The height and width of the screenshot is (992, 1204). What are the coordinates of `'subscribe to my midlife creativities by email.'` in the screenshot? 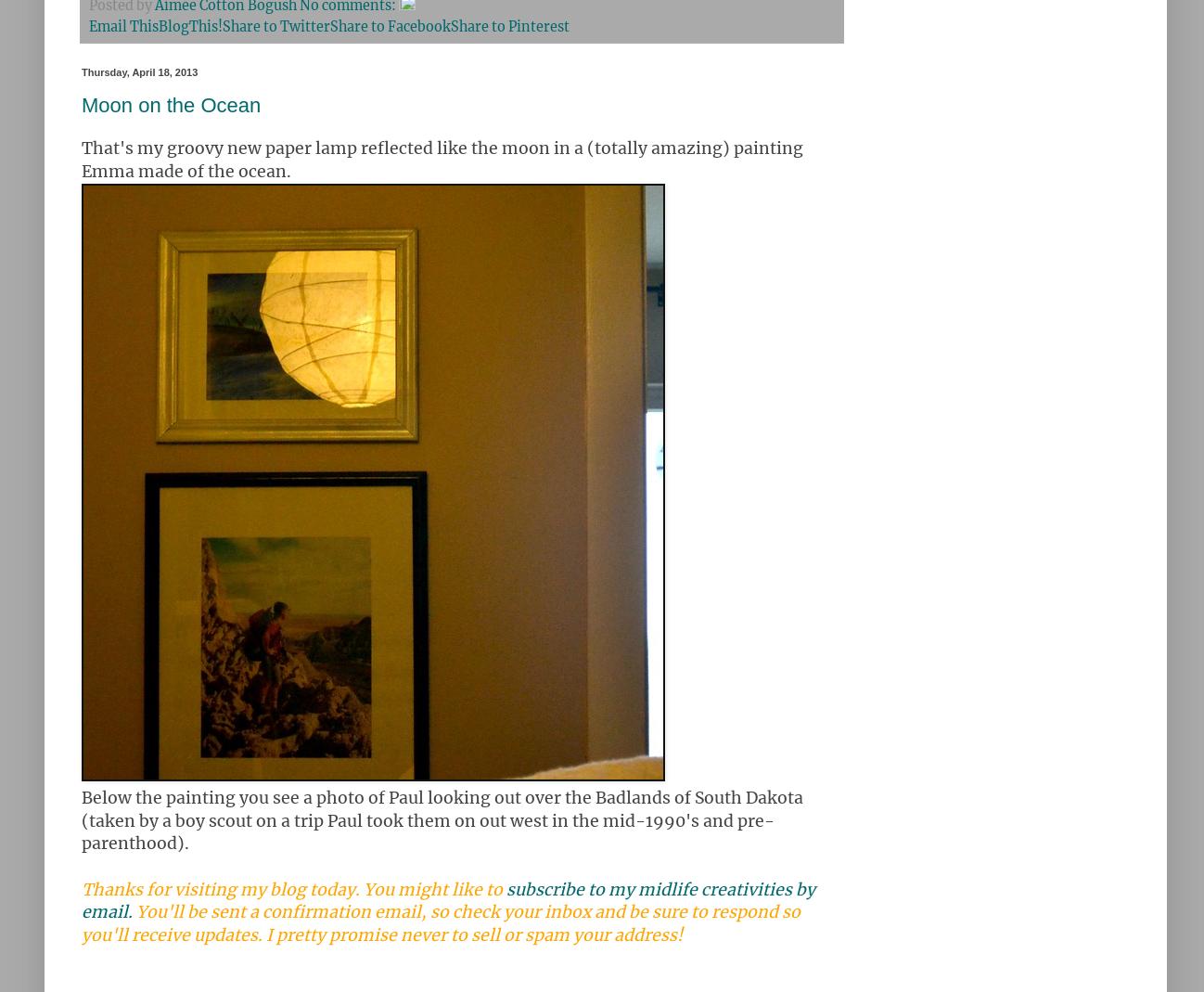 It's located at (82, 900).